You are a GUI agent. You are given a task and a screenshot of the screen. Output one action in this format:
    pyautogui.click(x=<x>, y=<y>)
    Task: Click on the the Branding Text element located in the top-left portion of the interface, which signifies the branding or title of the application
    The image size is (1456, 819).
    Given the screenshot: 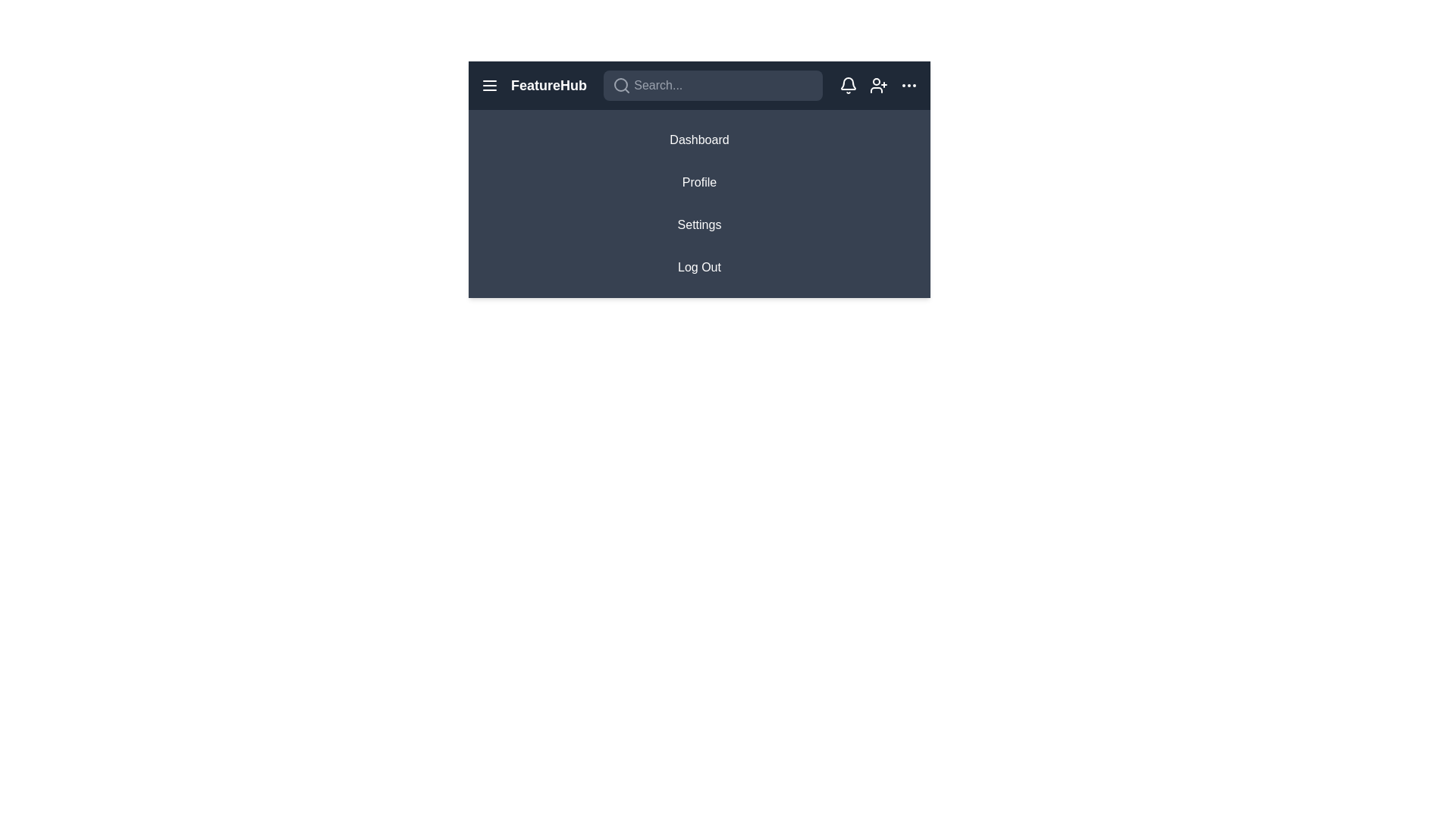 What is the action you would take?
    pyautogui.click(x=534, y=85)
    